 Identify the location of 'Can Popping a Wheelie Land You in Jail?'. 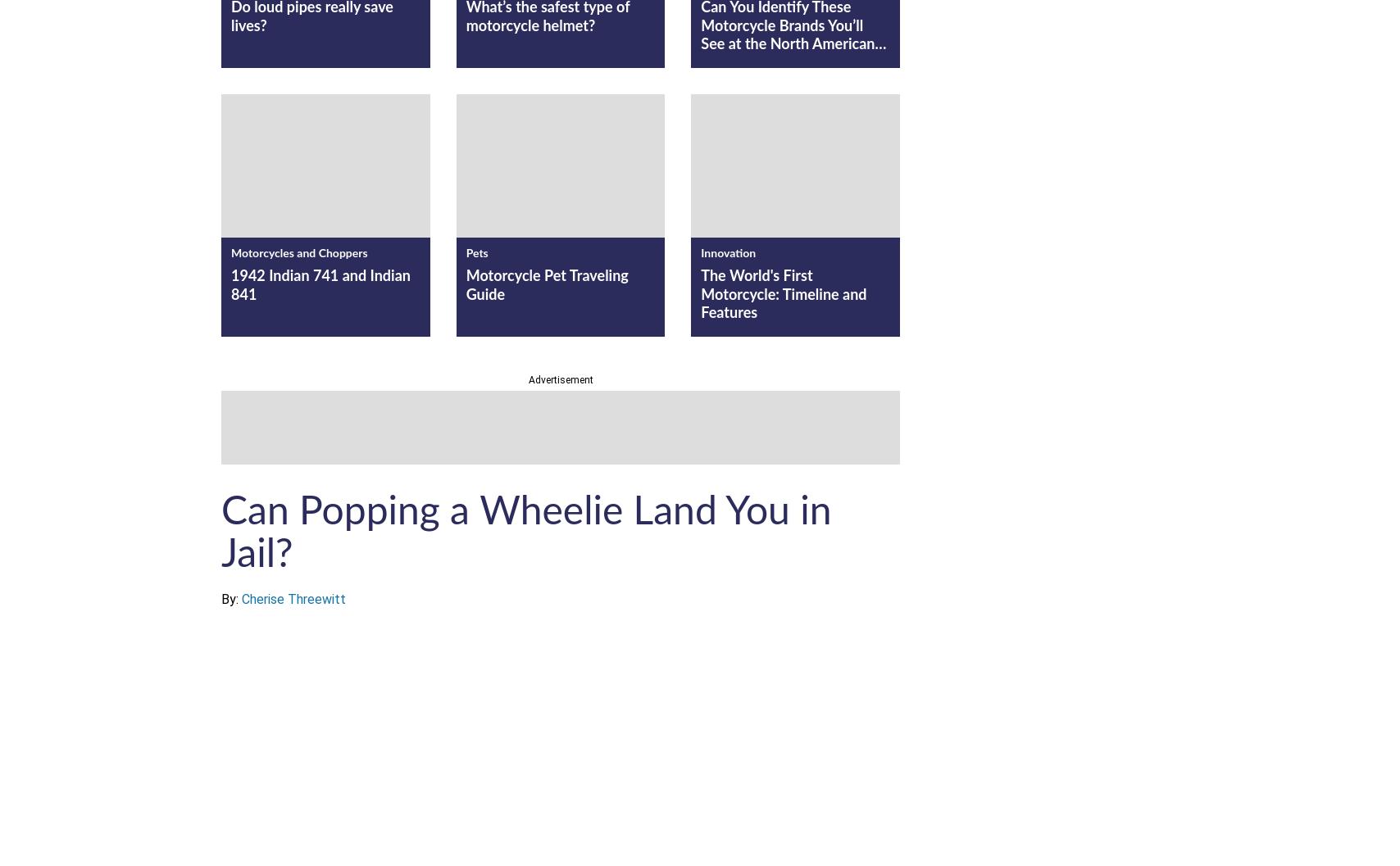
(526, 533).